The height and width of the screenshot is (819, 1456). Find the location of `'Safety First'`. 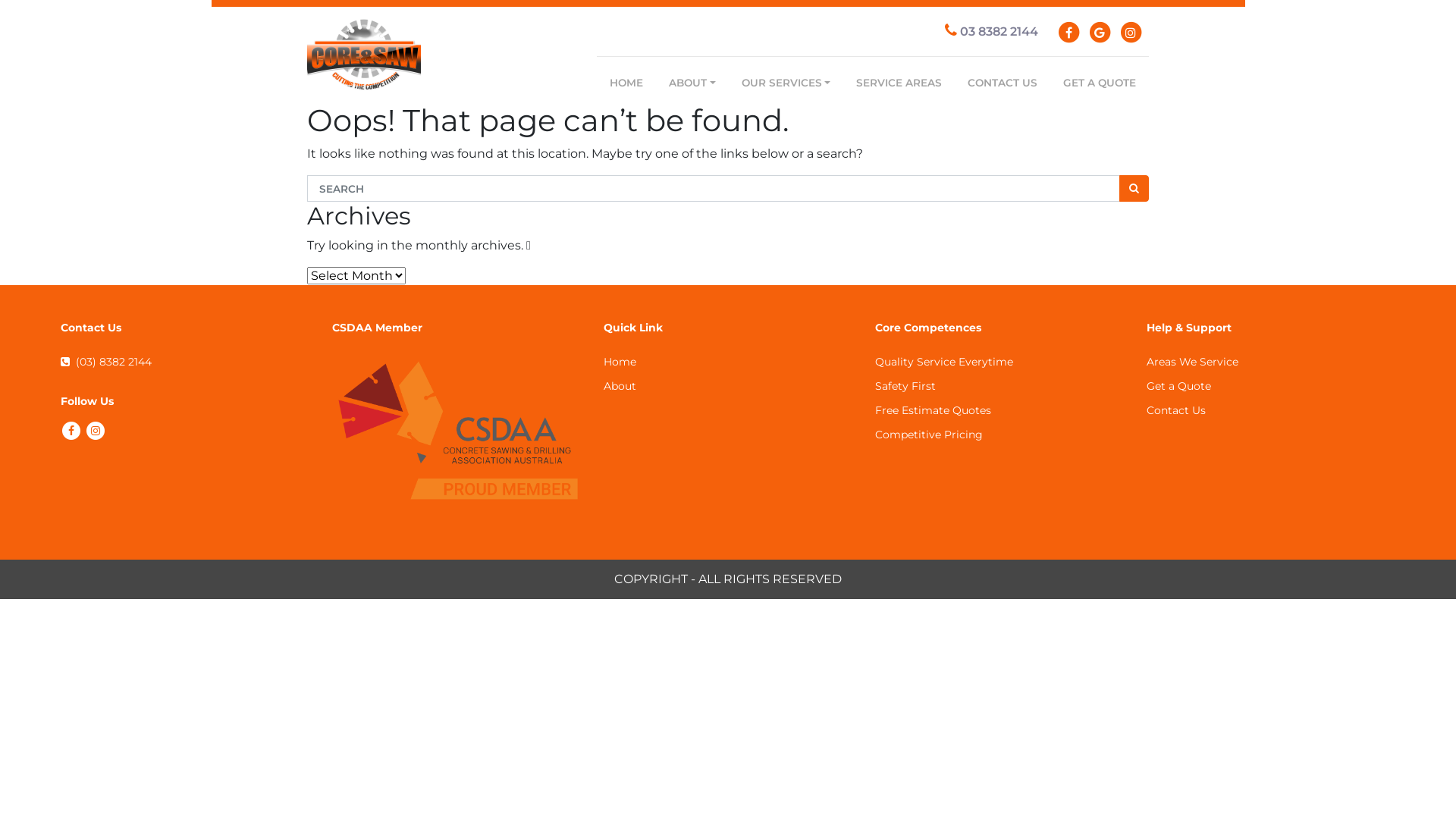

'Safety First' is located at coordinates (905, 385).